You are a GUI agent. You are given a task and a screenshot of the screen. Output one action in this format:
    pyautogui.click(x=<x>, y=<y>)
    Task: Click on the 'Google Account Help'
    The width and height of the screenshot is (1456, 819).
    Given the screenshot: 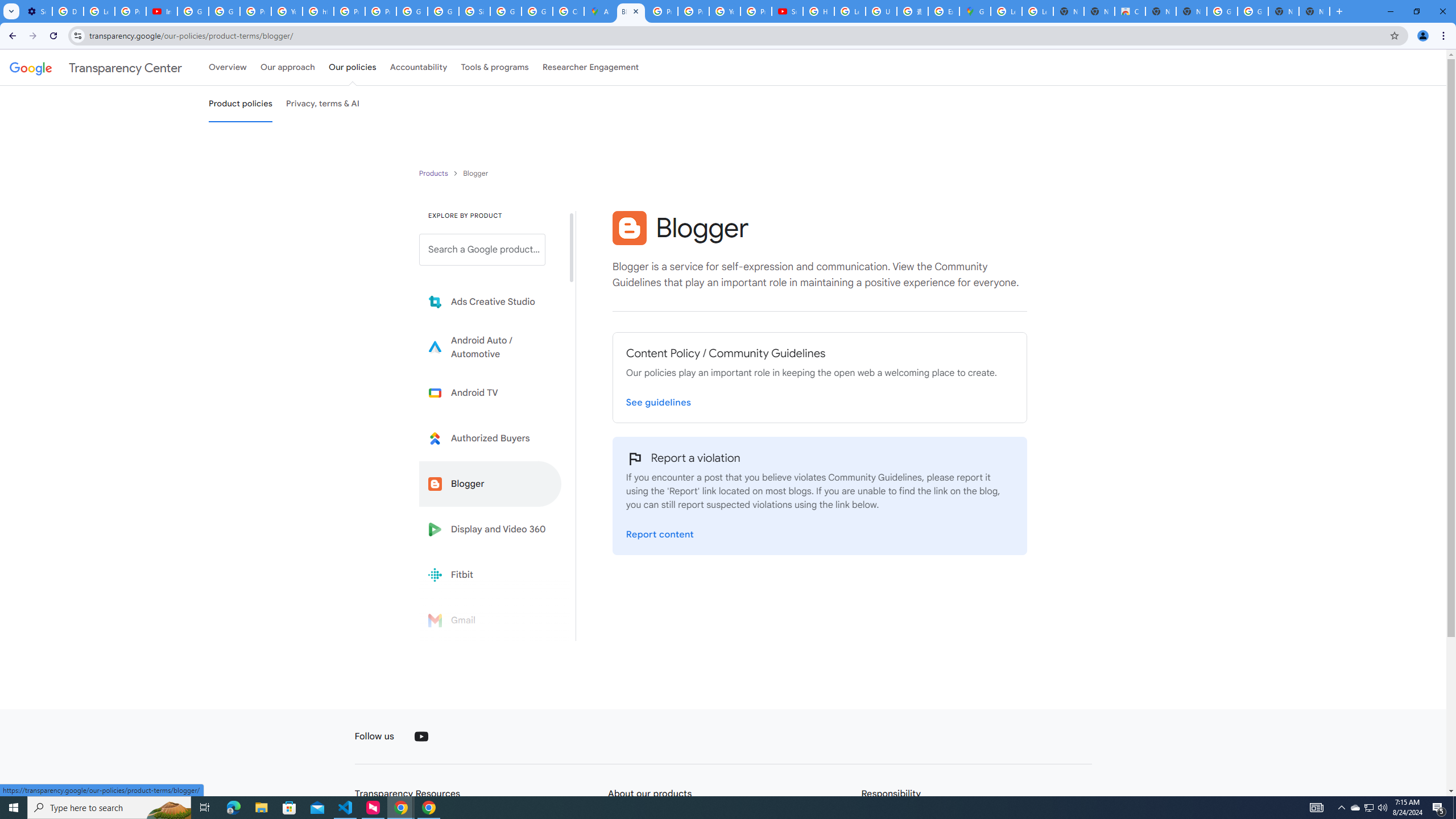 What is the action you would take?
    pyautogui.click(x=192, y=11)
    